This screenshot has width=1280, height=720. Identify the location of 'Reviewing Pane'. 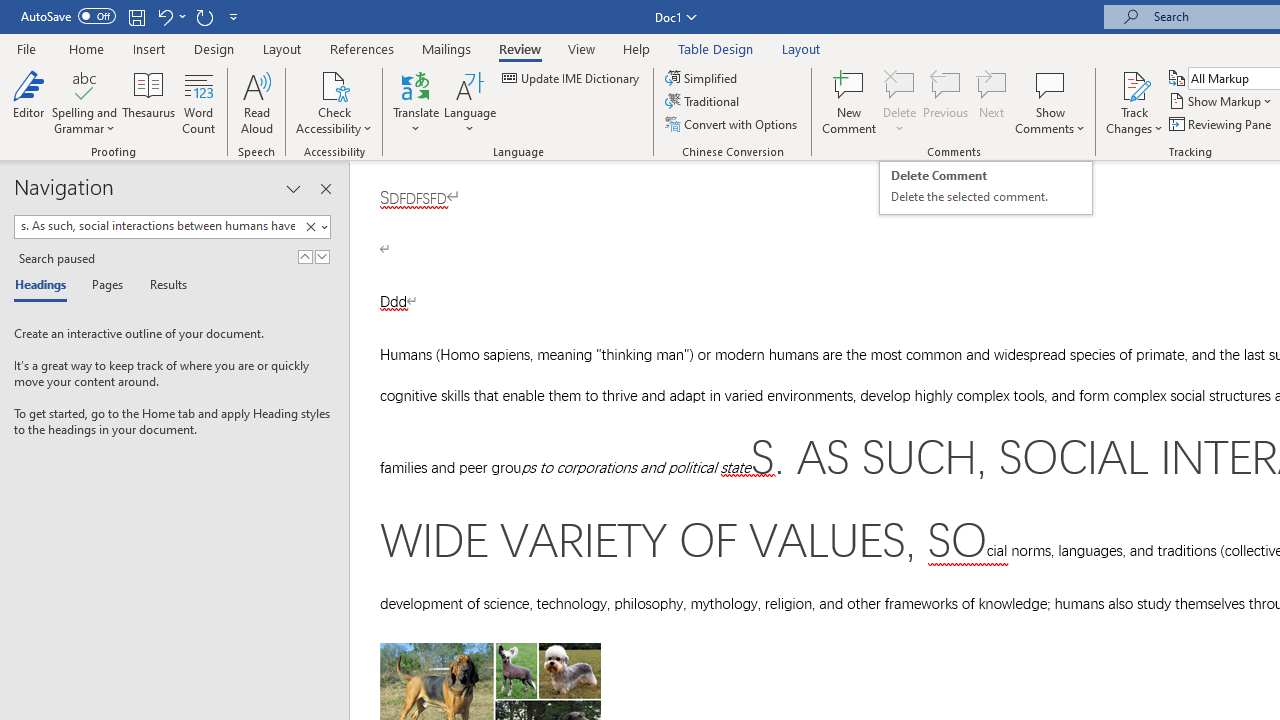
(1220, 124).